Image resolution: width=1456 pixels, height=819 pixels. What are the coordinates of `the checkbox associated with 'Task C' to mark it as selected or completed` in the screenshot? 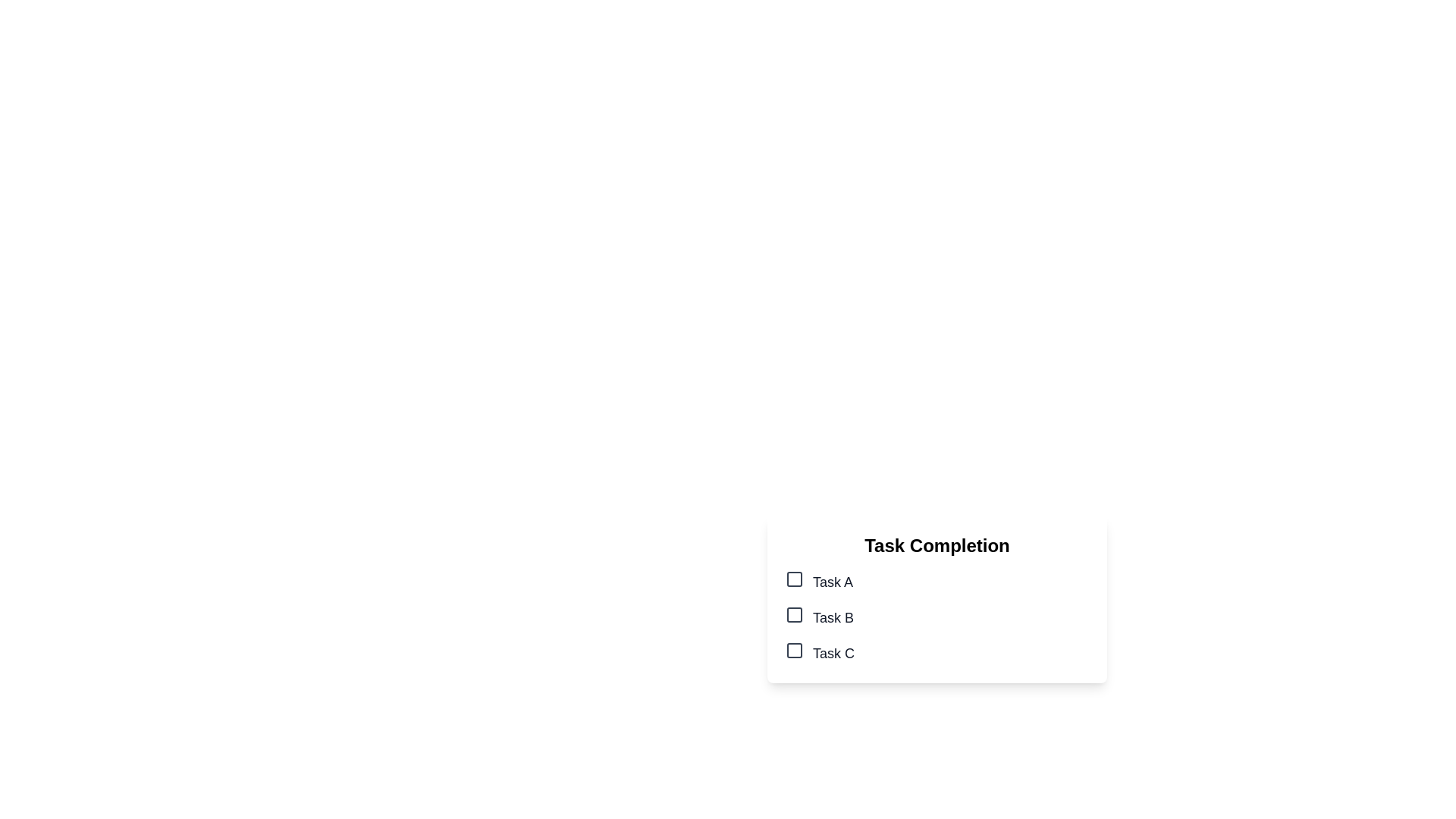 It's located at (793, 652).